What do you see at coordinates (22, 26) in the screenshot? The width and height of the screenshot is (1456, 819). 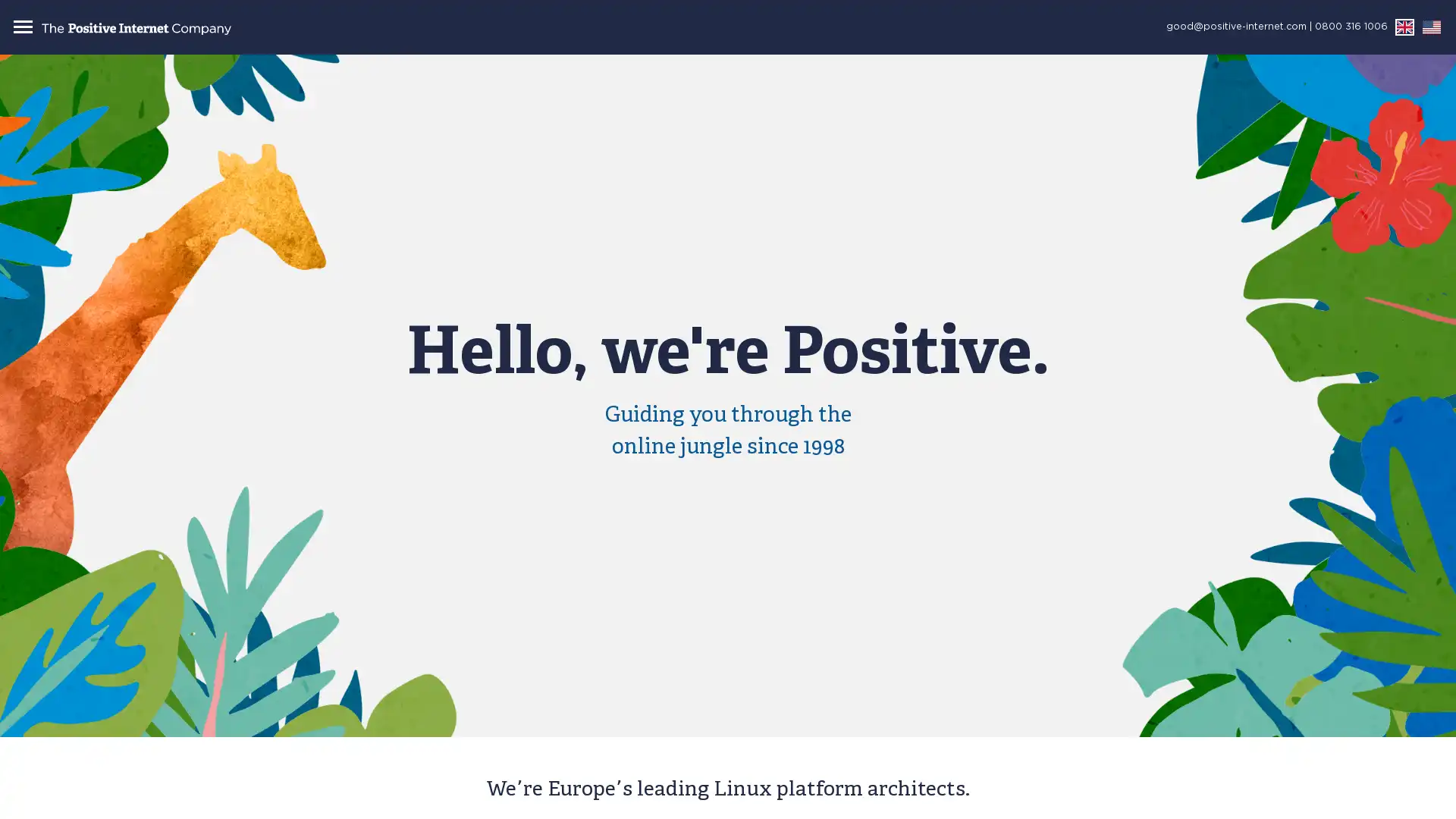 I see `Toggle navigation` at bounding box center [22, 26].